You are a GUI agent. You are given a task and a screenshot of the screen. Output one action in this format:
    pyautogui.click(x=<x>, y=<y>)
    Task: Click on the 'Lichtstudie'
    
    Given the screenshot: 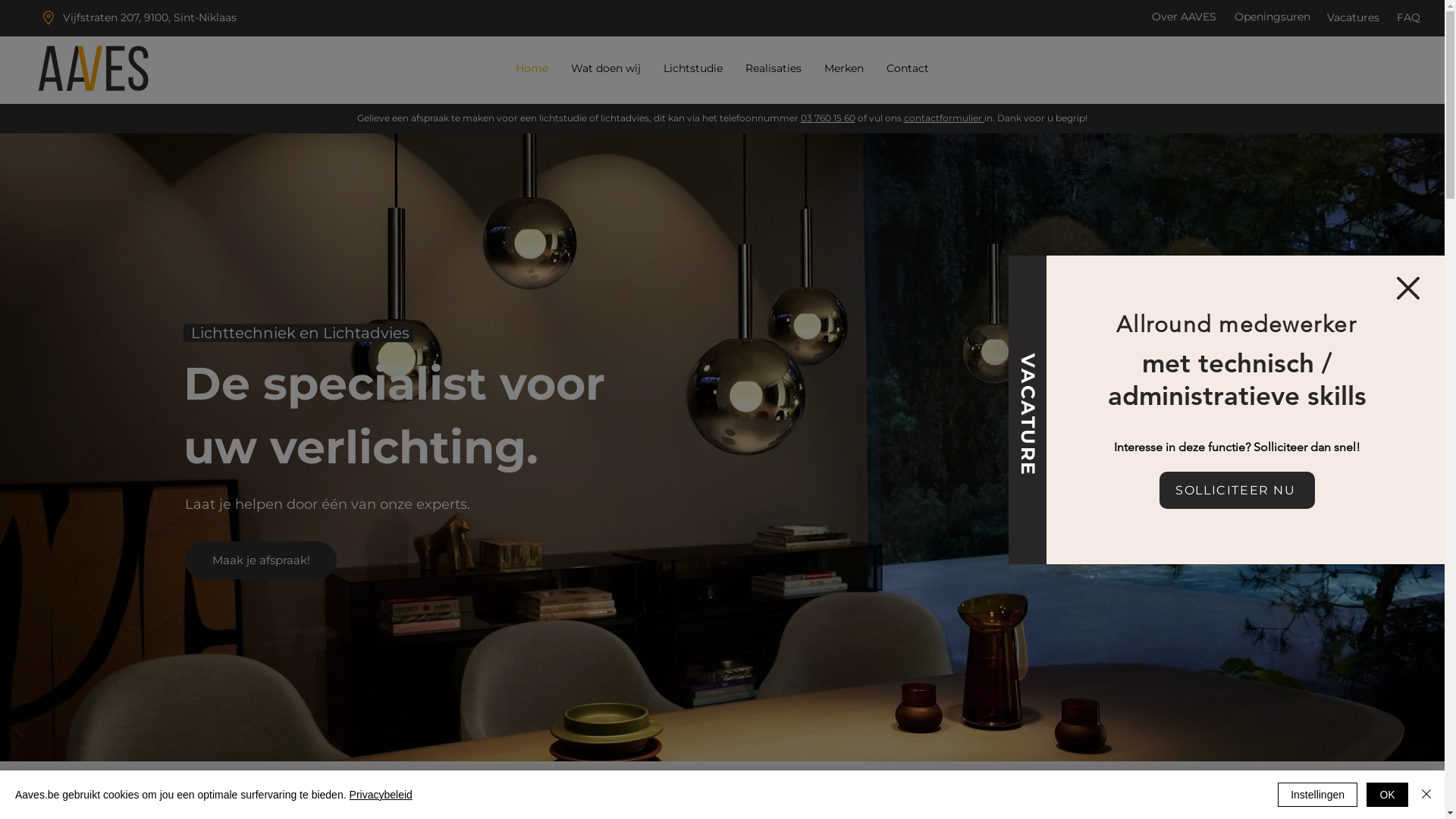 What is the action you would take?
    pyautogui.click(x=692, y=68)
    